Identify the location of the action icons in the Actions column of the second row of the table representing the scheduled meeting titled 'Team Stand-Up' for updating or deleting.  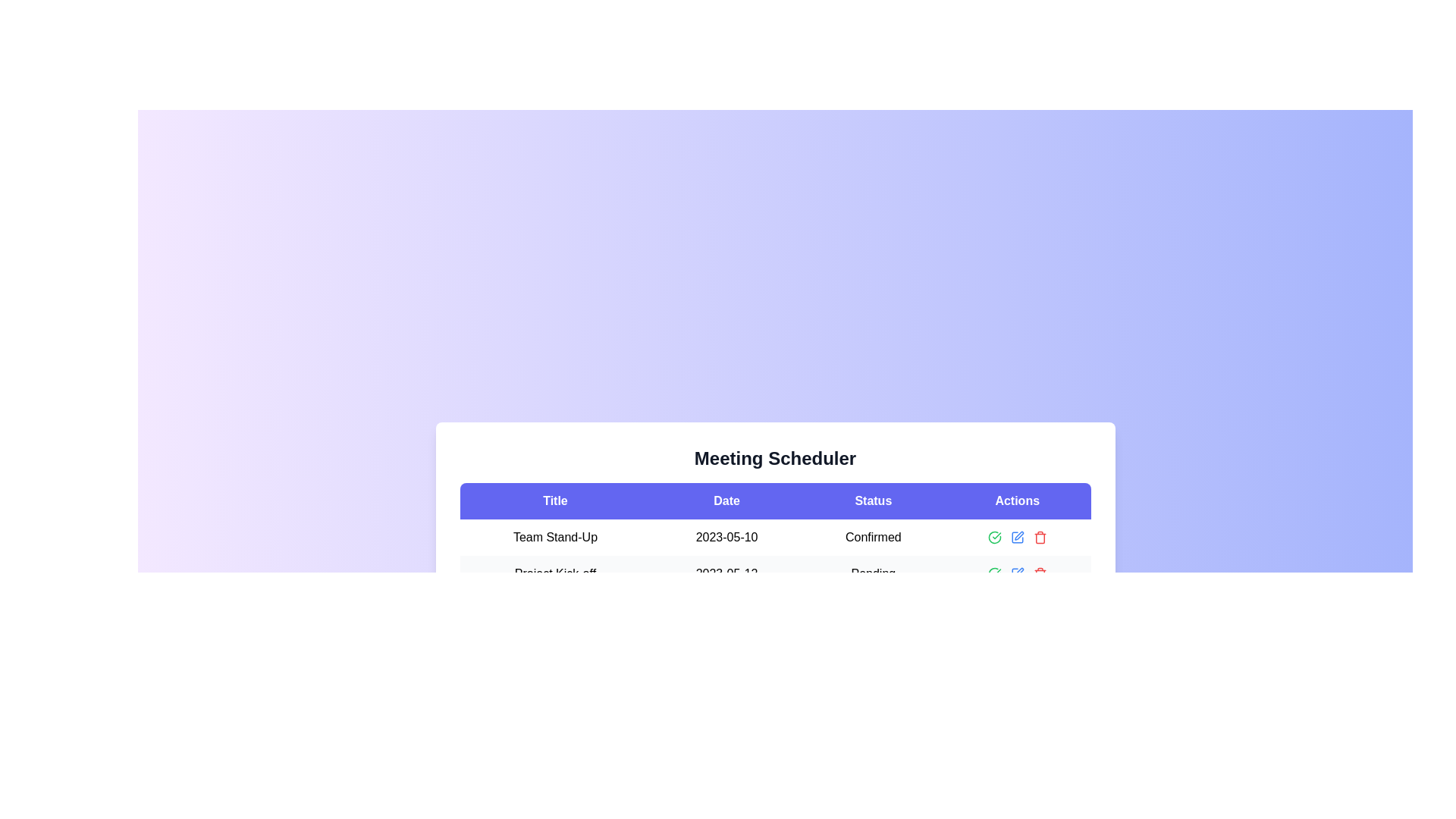
(775, 573).